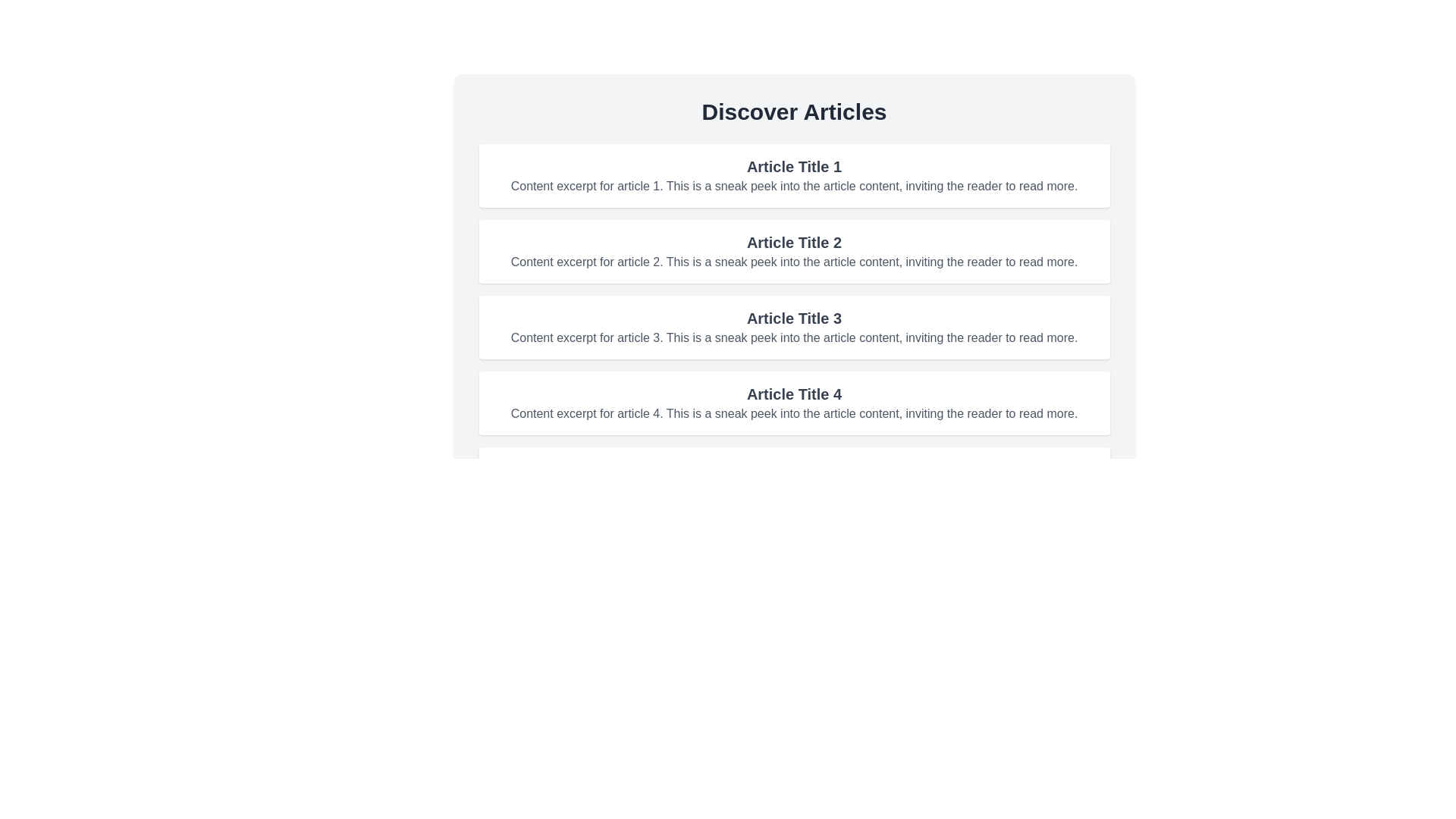  Describe the element at coordinates (793, 111) in the screenshot. I see `the 'Discover Articles' Text Header element, which features bold, large dark gray text against a light gray background, serving as the main header for articles` at that location.